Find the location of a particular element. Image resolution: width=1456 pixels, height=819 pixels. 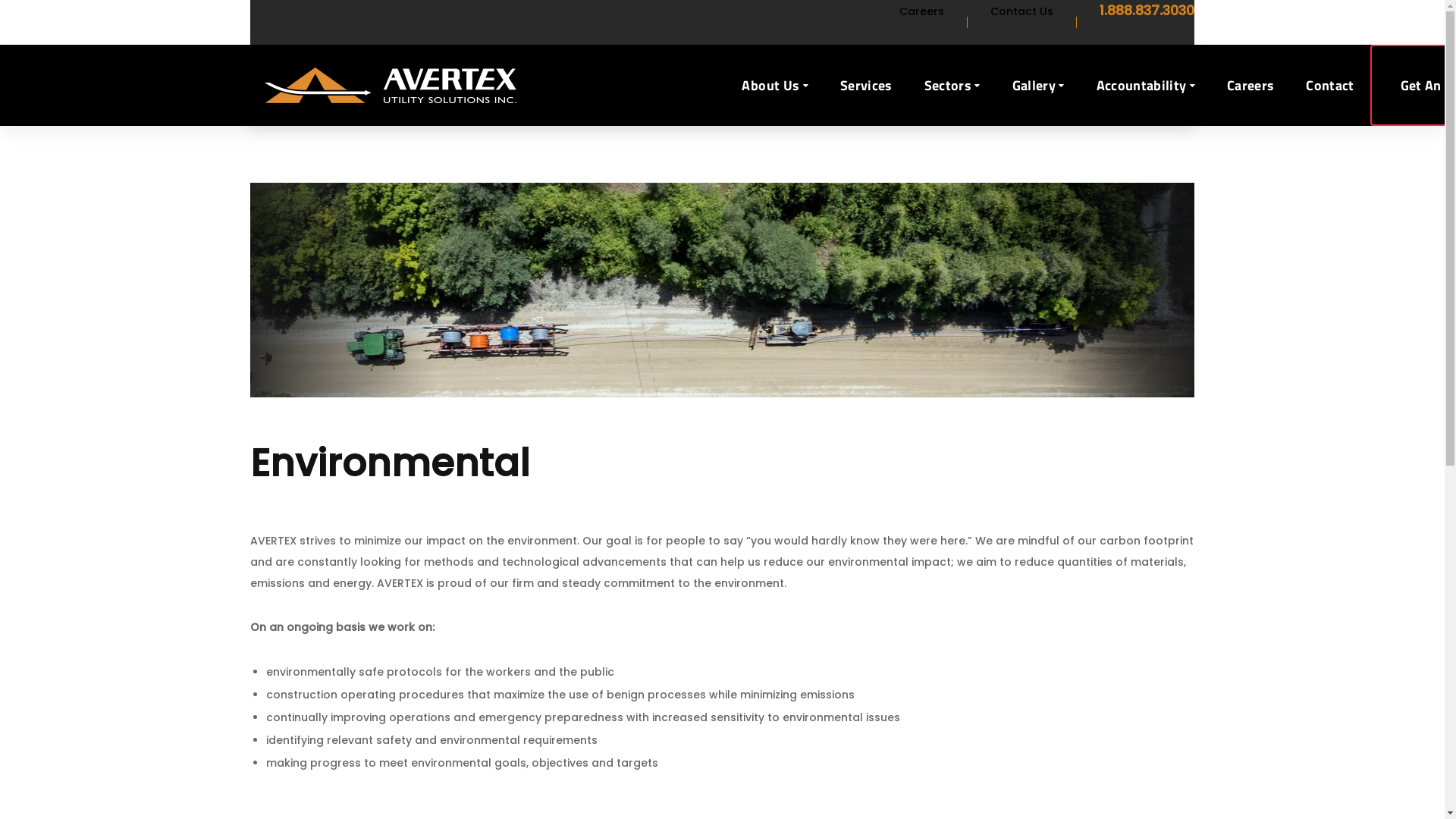

'Accountability' is located at coordinates (1146, 84).